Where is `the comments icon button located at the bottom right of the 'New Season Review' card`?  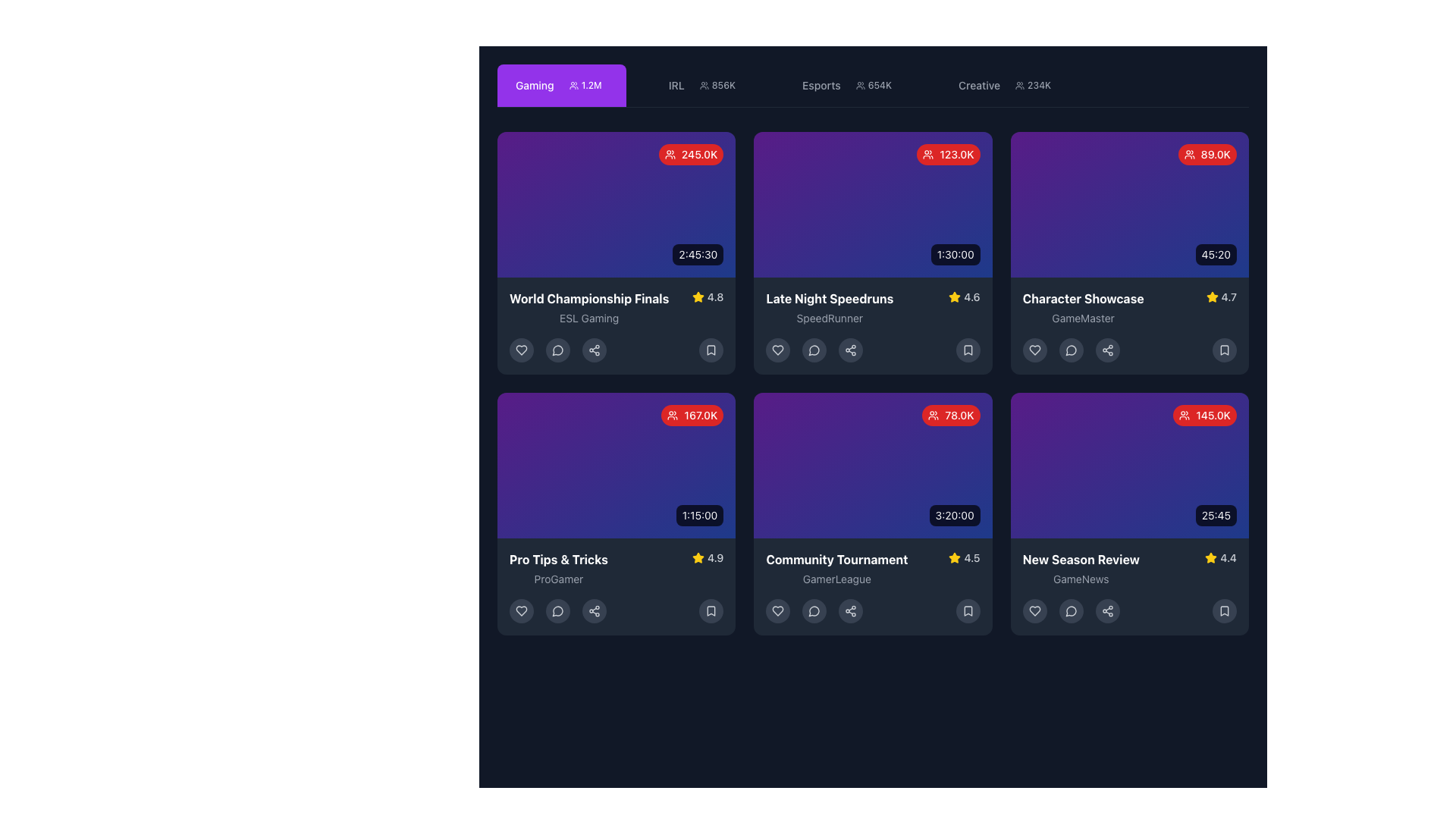
the comments icon button located at the bottom right of the 'New Season Review' card is located at coordinates (1070, 610).